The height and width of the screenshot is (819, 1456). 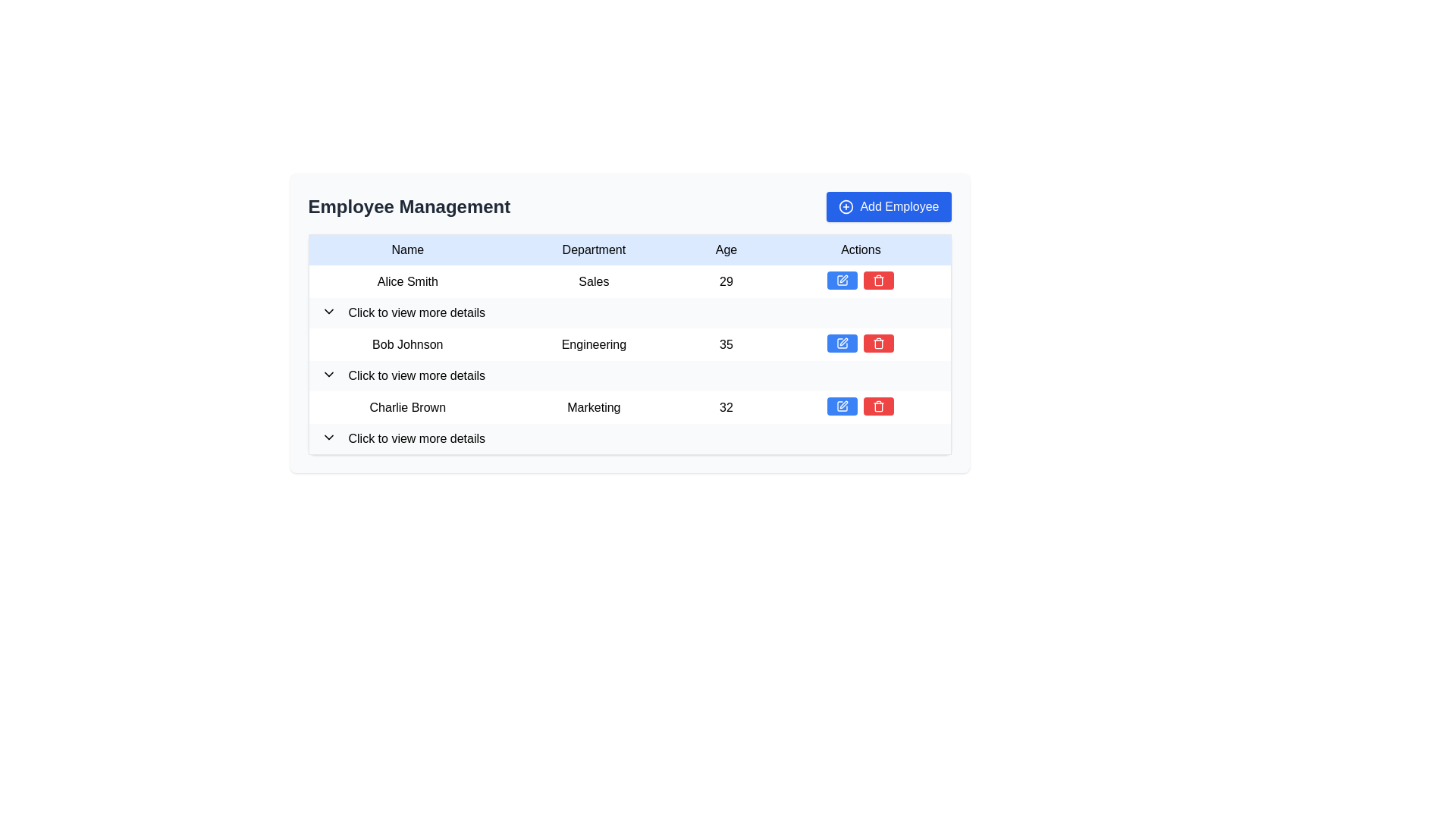 I want to click on the trash bin icon representing the delete function located in the last column of the action row corresponding to employee Charlie Brown, so click(x=879, y=406).